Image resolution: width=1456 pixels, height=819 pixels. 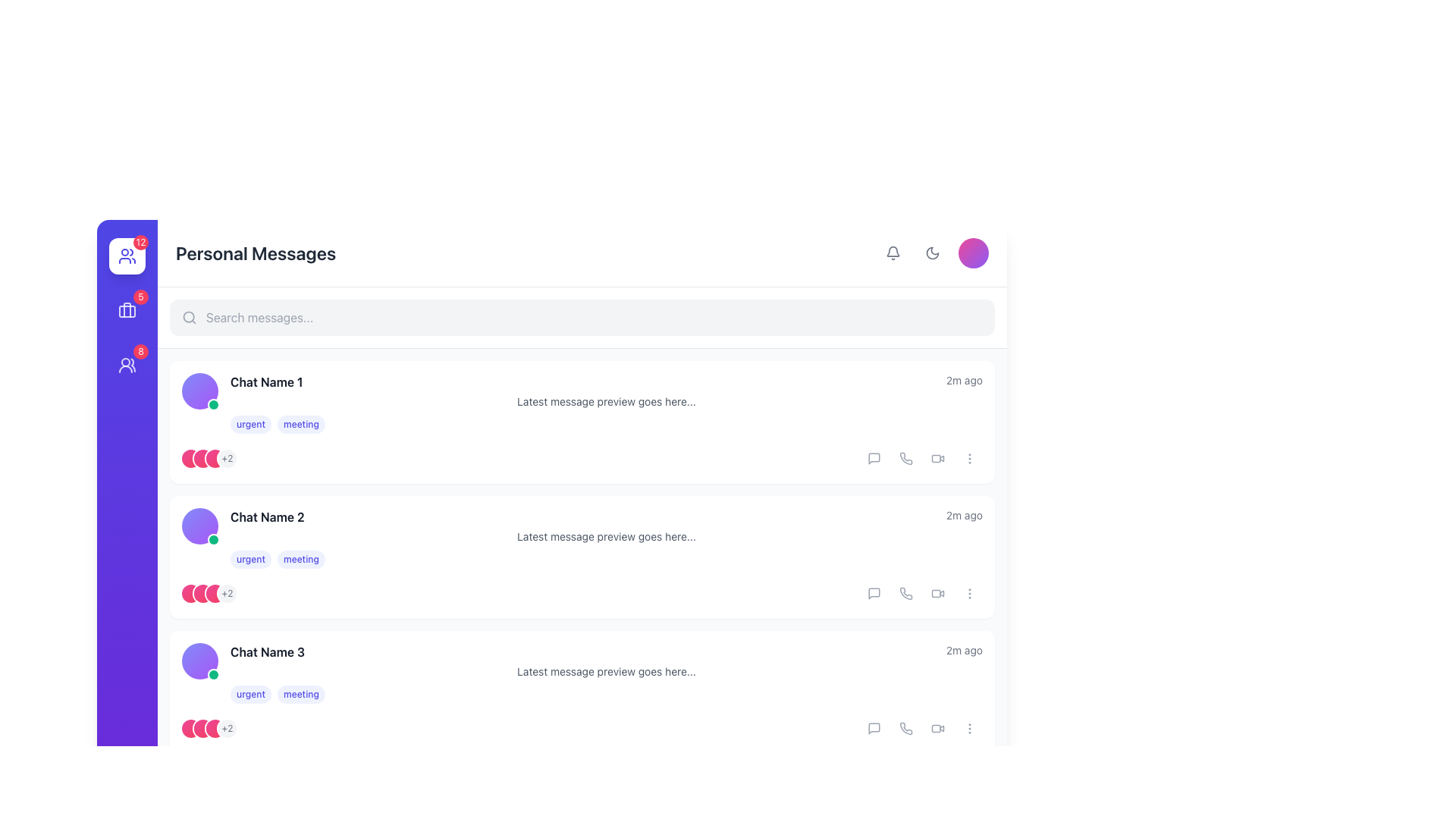 What do you see at coordinates (199, 795) in the screenshot?
I see `the Avatar with Status Indicator located` at bounding box center [199, 795].